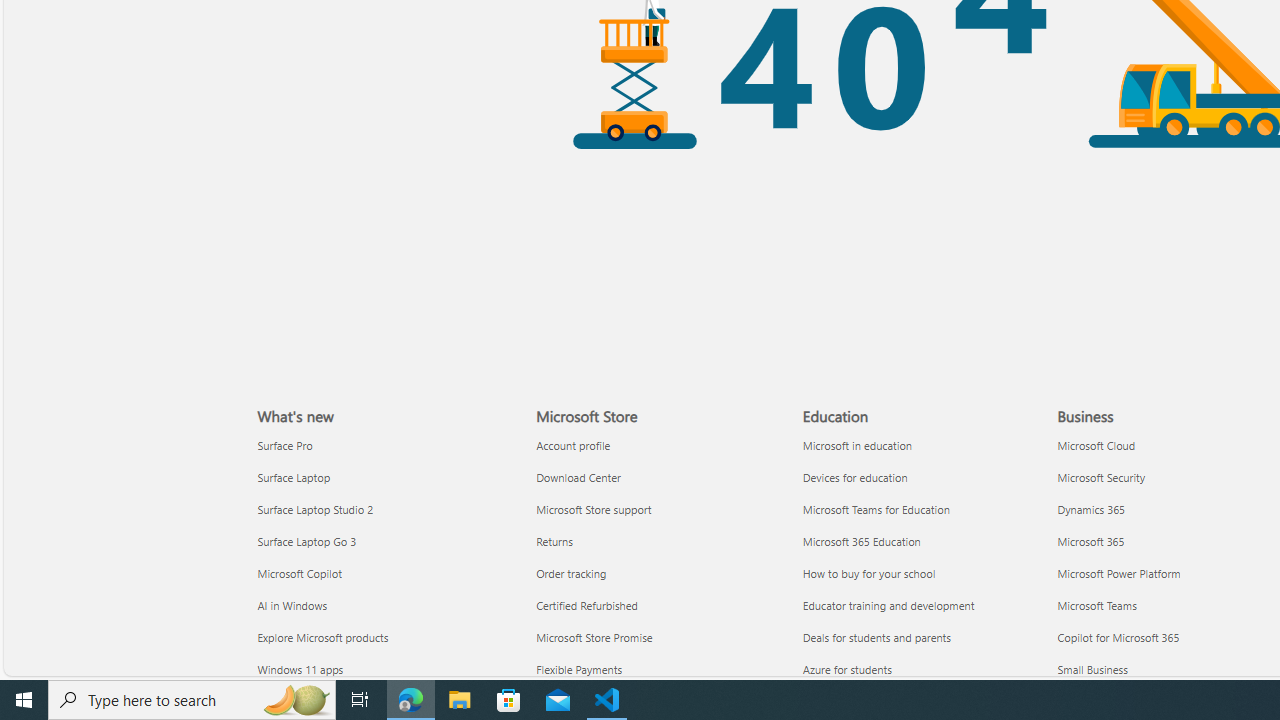 This screenshot has height=720, width=1280. Describe the element at coordinates (385, 669) in the screenshot. I see `'Windows 11 apps'` at that location.